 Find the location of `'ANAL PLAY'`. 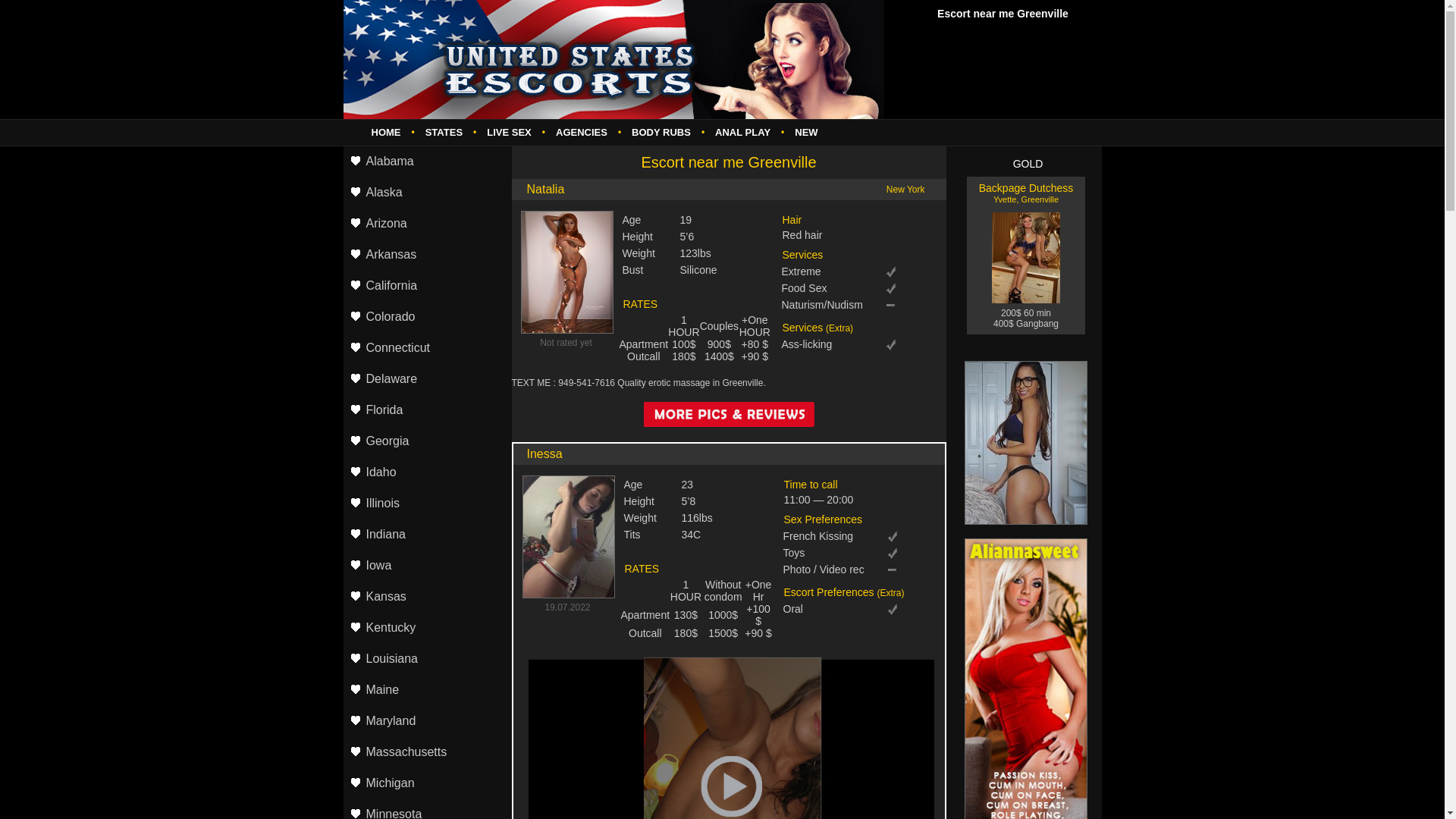

'ANAL PLAY' is located at coordinates (742, 131).